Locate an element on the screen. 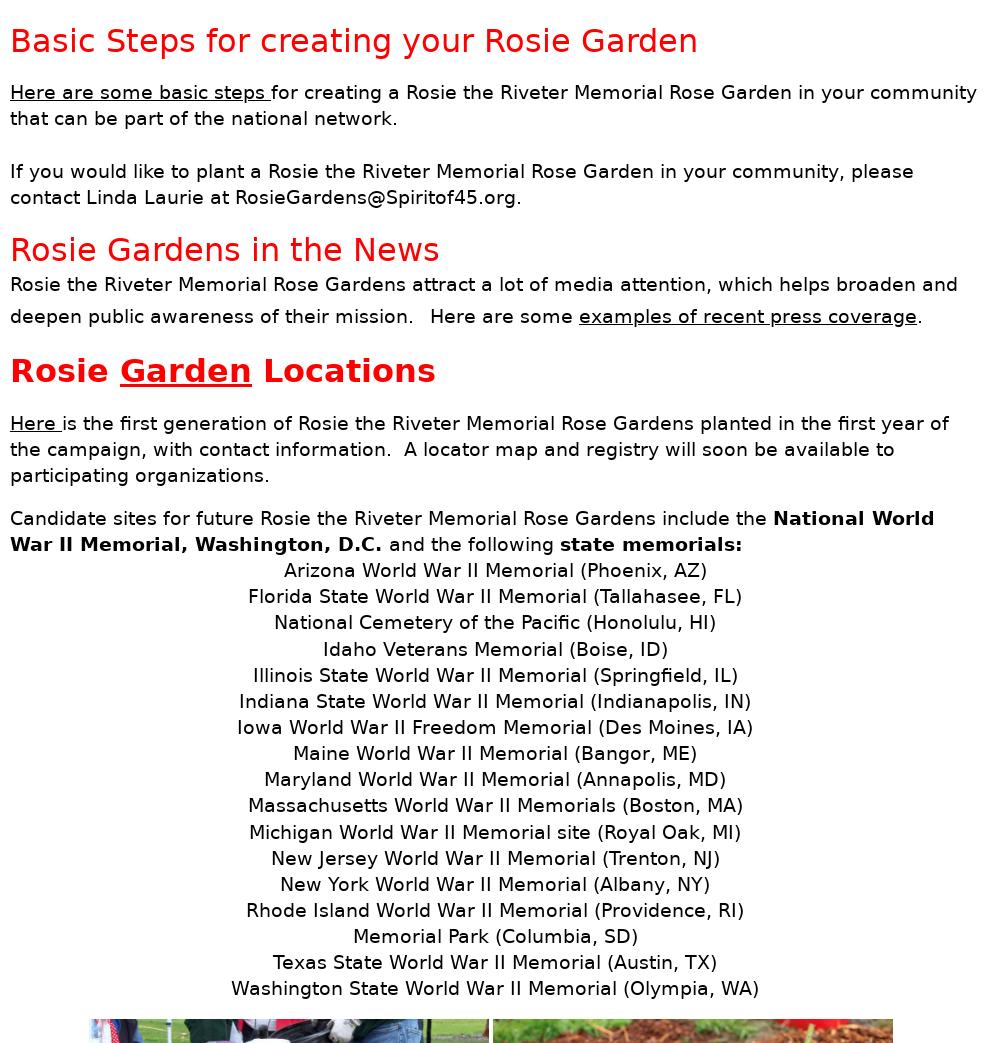  'Rosie' is located at coordinates (65, 369).